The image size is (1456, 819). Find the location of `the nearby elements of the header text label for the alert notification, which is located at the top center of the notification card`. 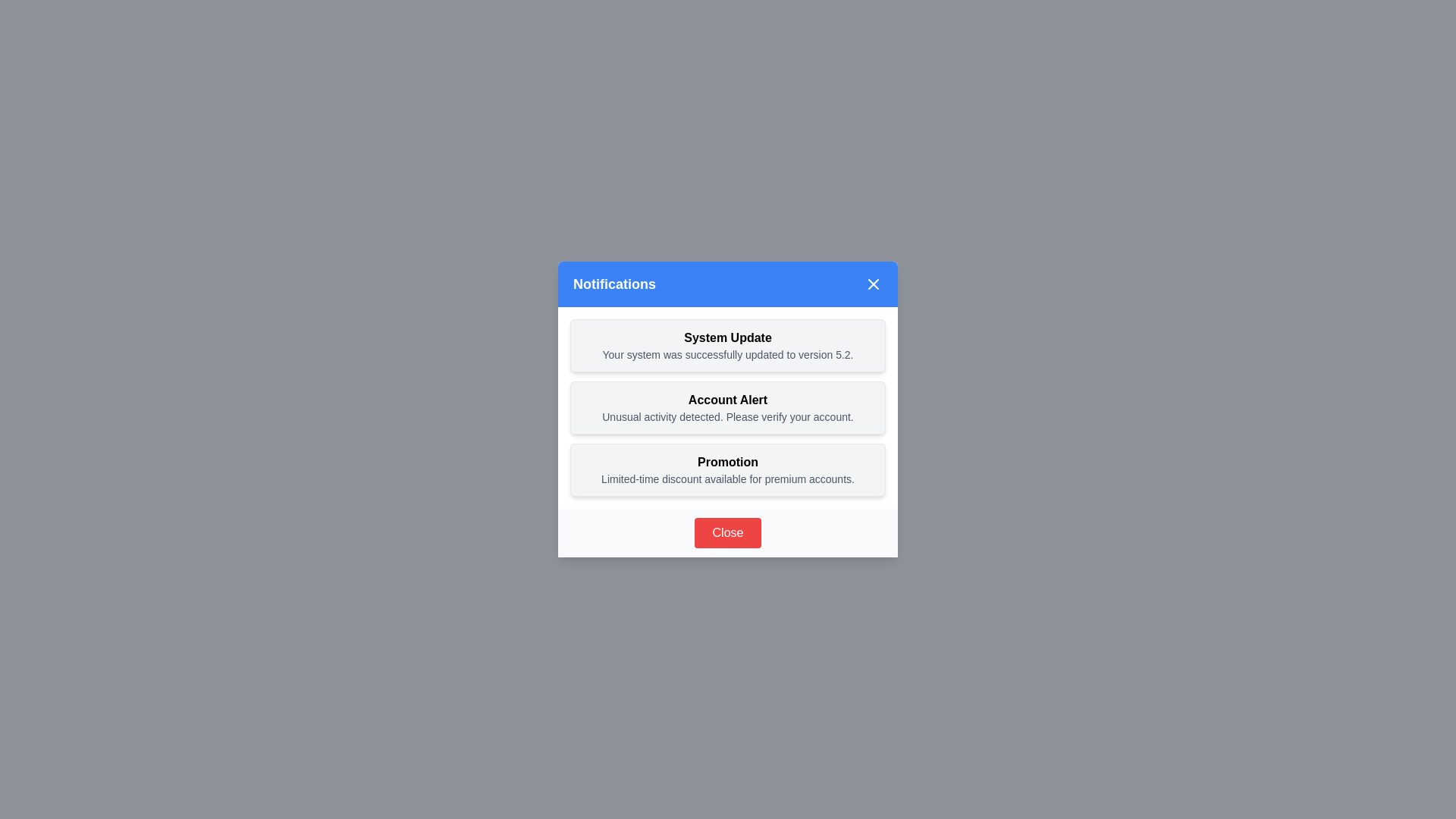

the nearby elements of the header text label for the alert notification, which is located at the top center of the notification card is located at coordinates (728, 400).